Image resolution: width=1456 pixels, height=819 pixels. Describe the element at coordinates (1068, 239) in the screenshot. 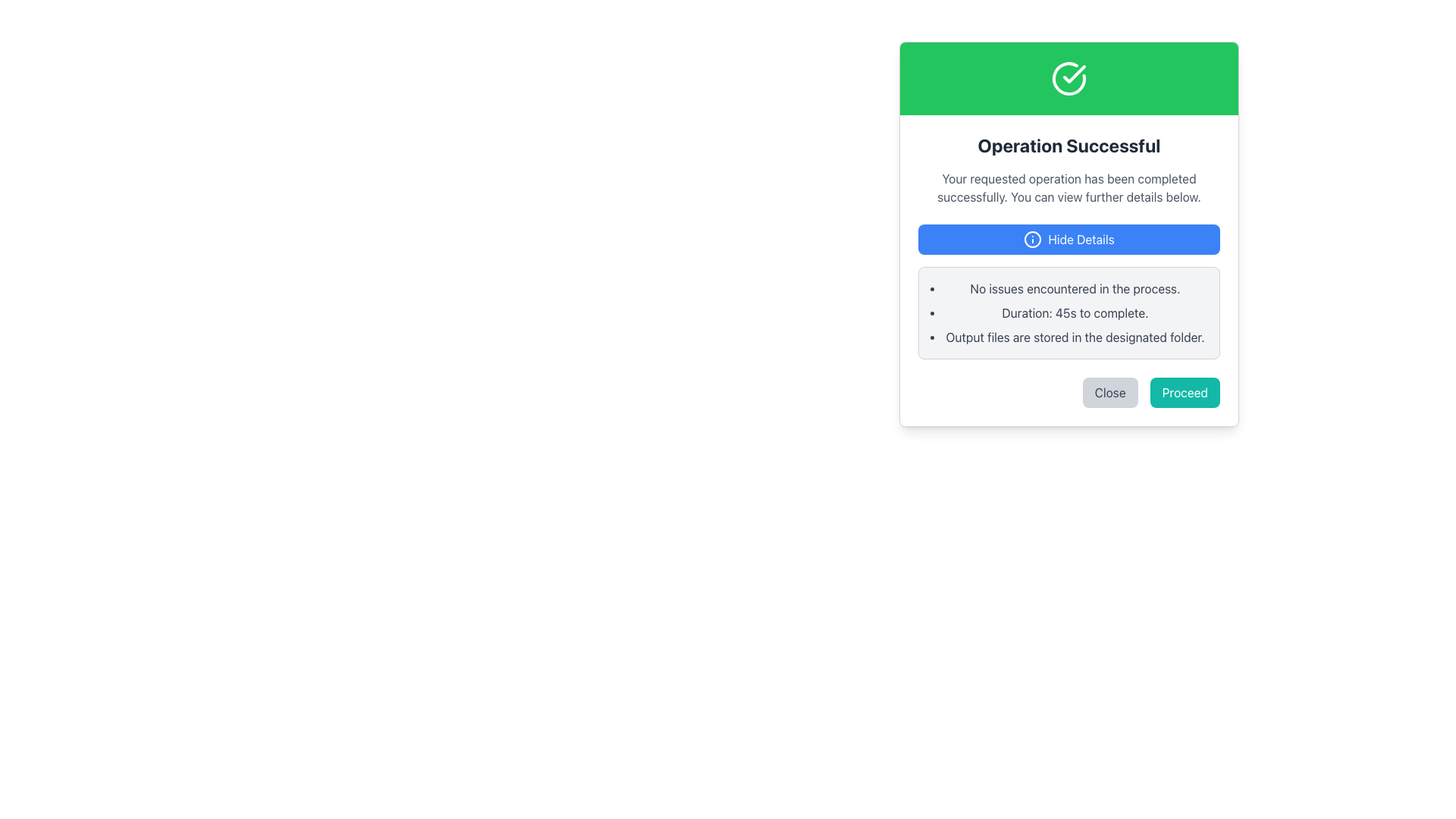

I see `the rectangular button with a blue background labeled 'Hide Details' to observe the visual highlight effect` at that location.